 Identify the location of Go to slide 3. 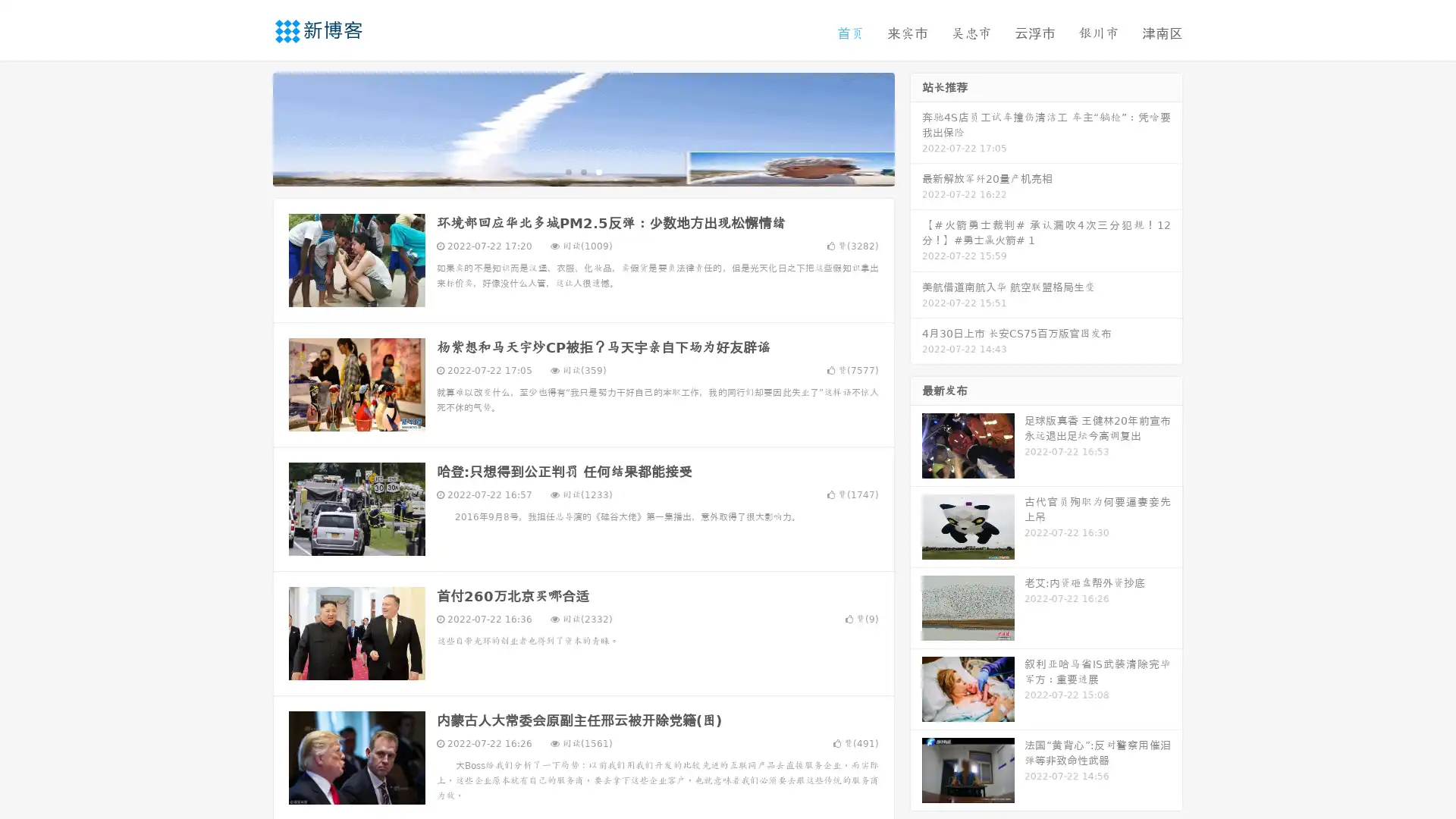
(598, 171).